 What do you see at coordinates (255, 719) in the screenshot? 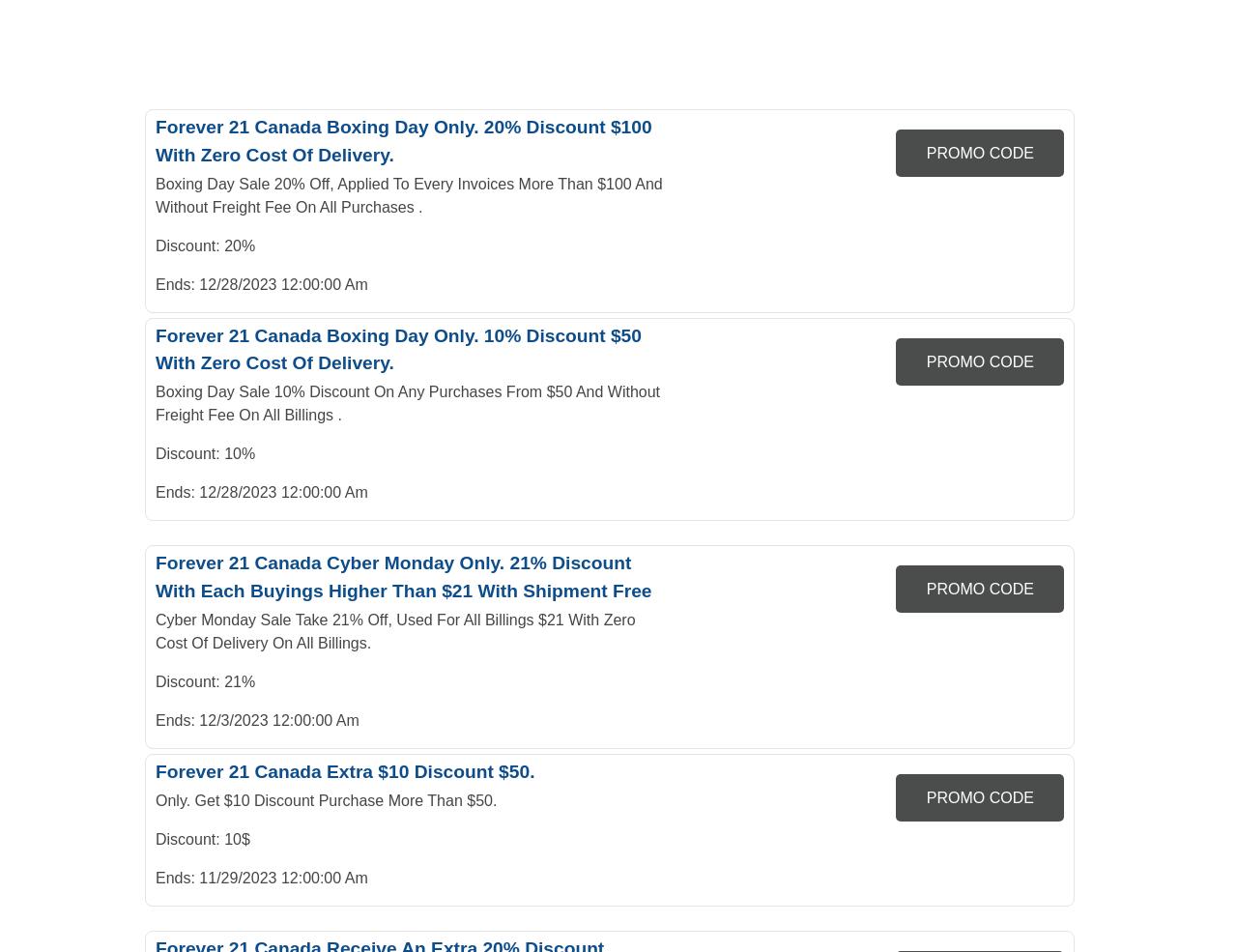
I see `'Ends: 12/3/2023 12:00:00 Am'` at bounding box center [255, 719].